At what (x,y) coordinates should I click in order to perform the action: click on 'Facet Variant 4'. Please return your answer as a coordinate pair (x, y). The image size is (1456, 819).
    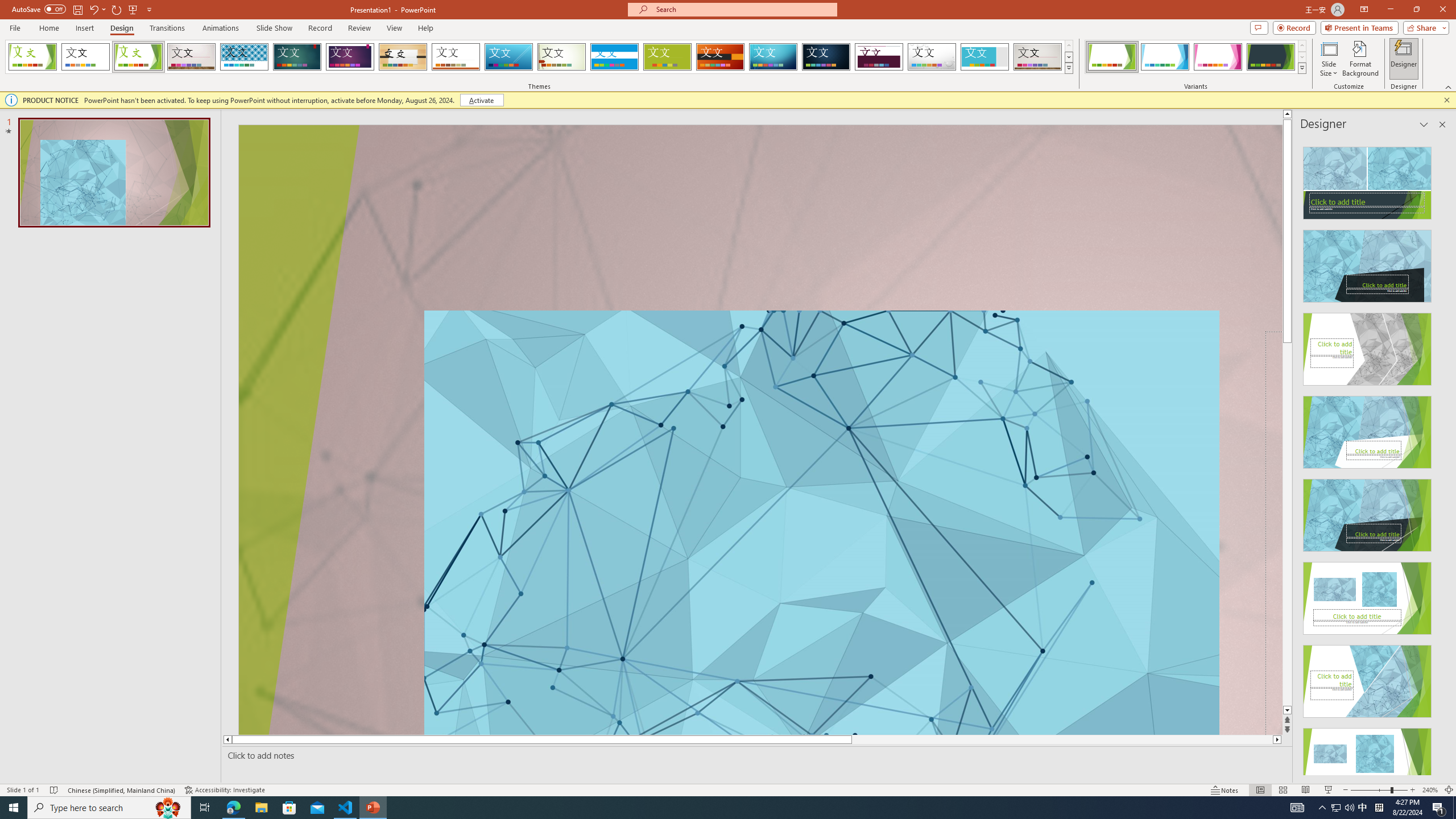
    Looking at the image, I should click on (1270, 56).